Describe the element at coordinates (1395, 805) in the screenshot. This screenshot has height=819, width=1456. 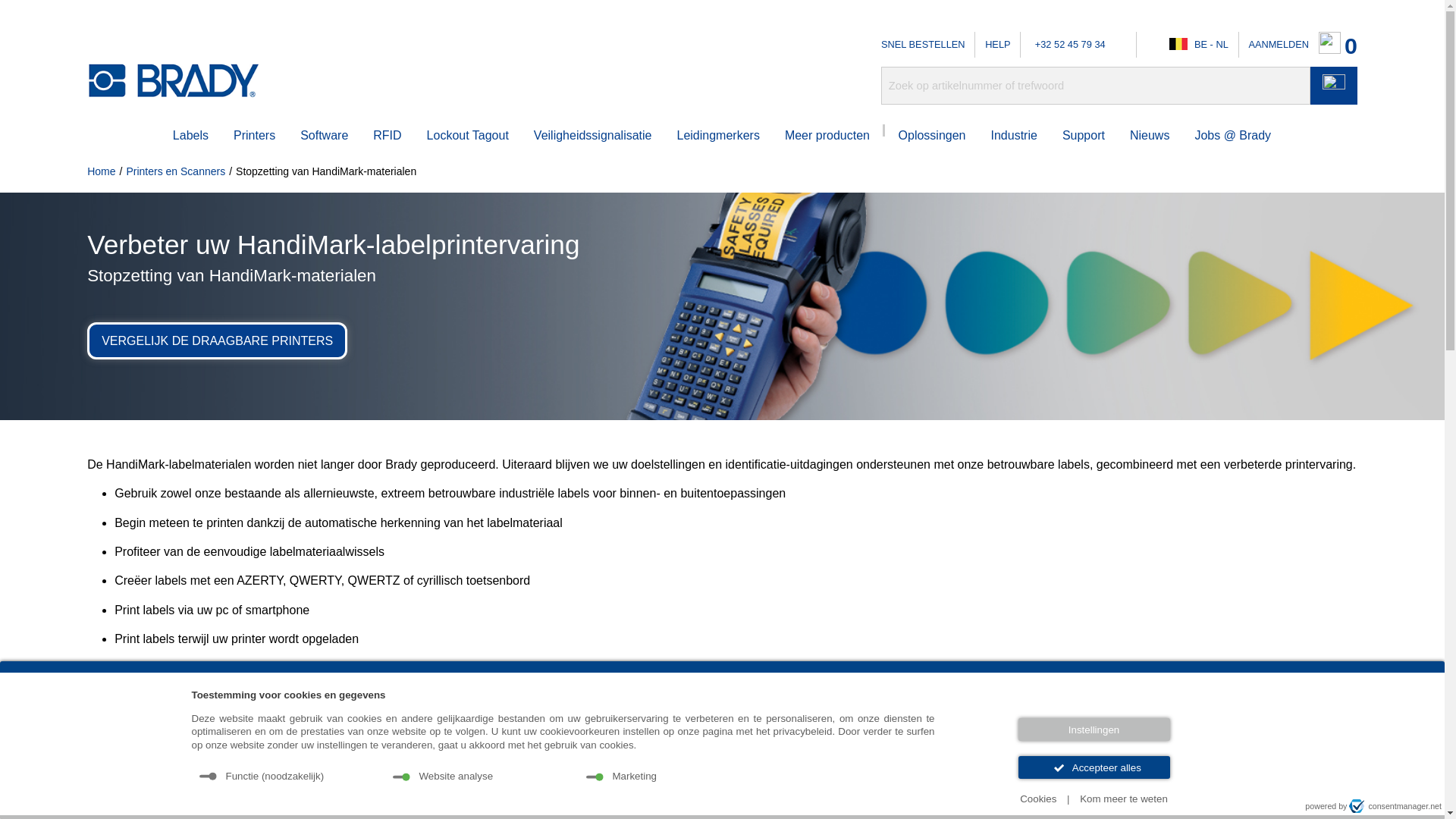
I see `'consentmanager.net'` at that location.